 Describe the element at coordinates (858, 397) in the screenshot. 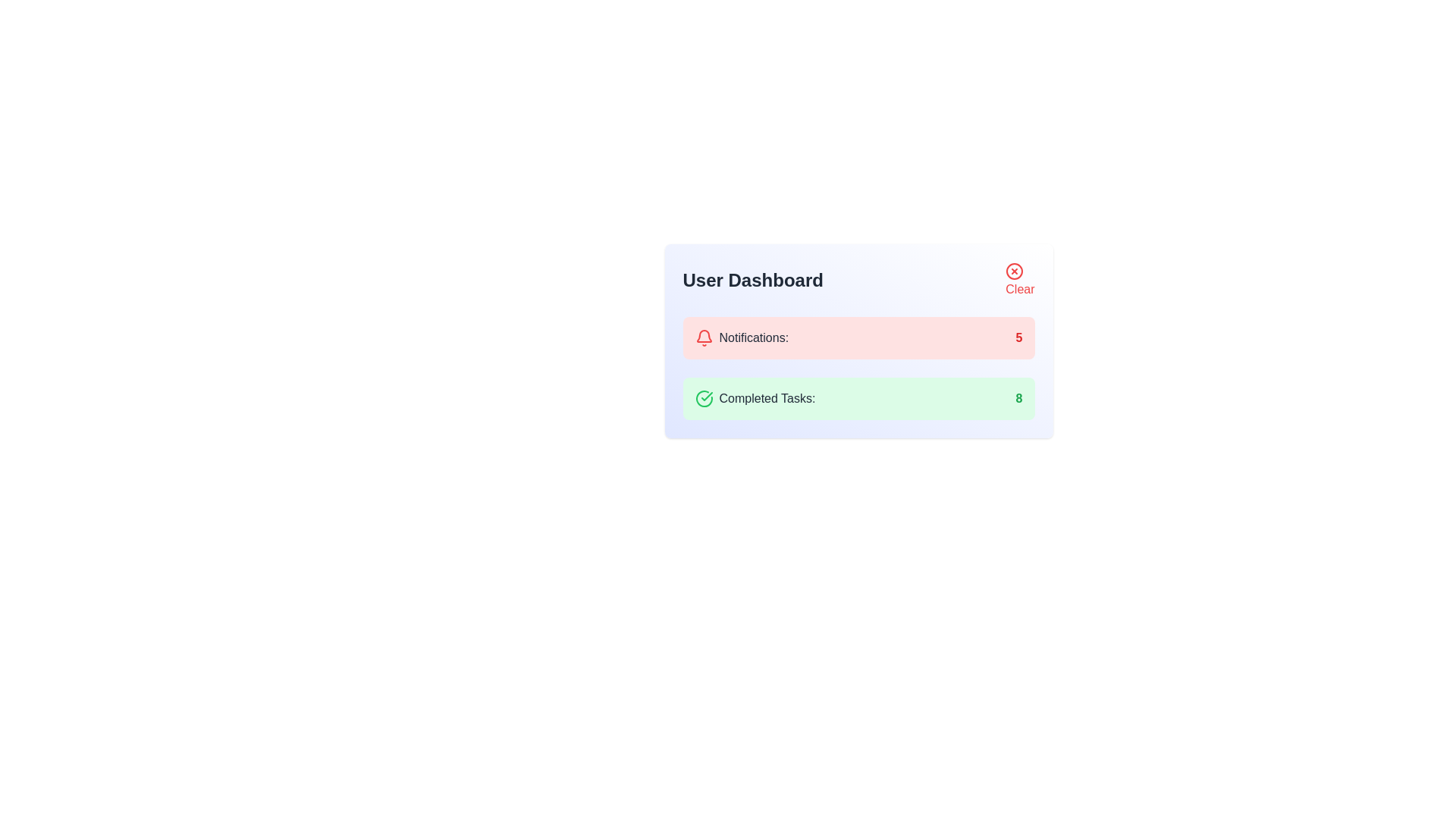

I see `the Informational bar with a light green background that displays 'Completed Tasks:' and the number '8' in bold green font, located below the 'Notifications' bar in the User Dashboard` at that location.